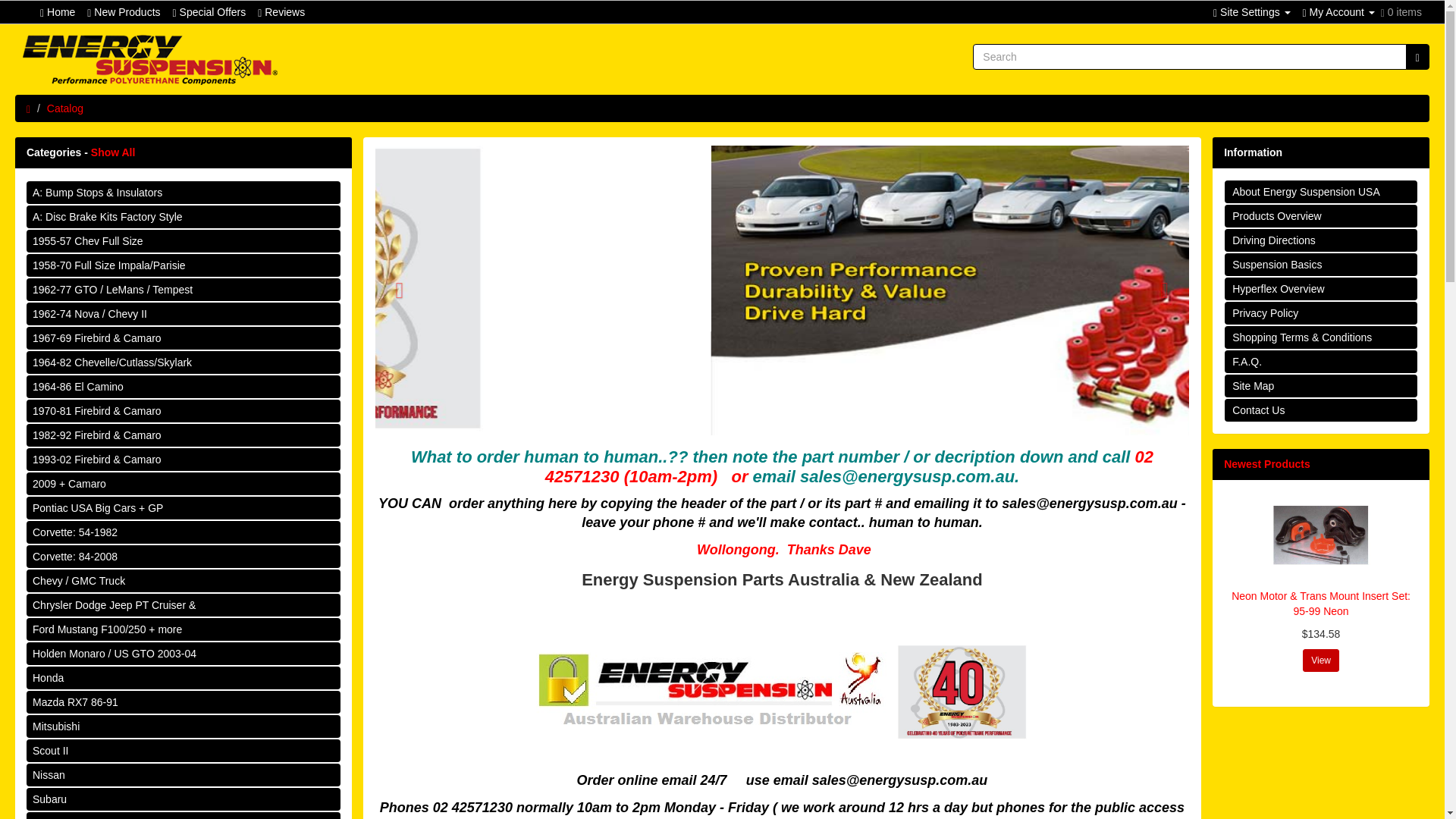 The image size is (1456, 819). What do you see at coordinates (1320, 602) in the screenshot?
I see `'Neon Motor & Trans Mount Insert Set: 95-99 Neon'` at bounding box center [1320, 602].